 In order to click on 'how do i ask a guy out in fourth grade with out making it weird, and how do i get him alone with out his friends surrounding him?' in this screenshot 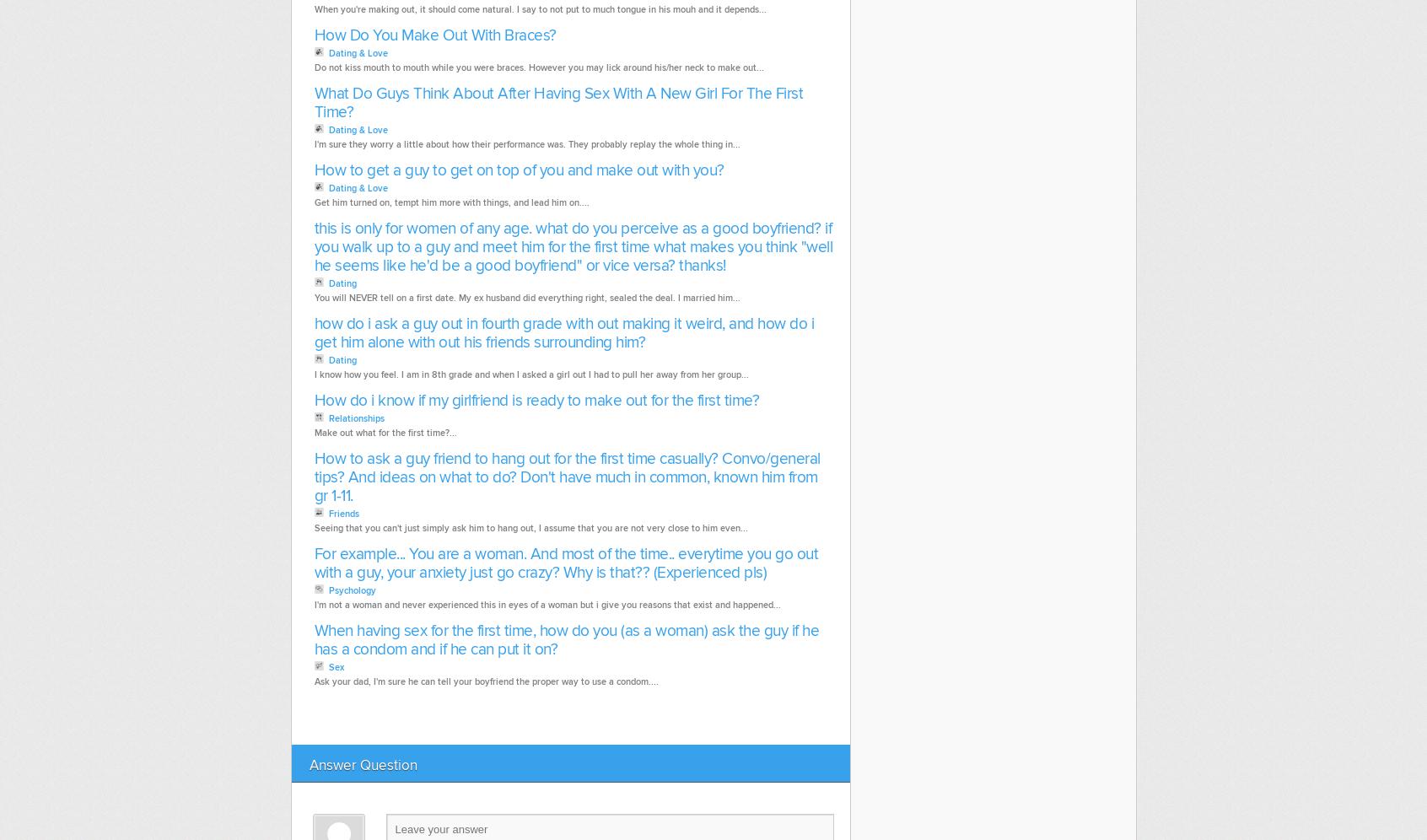, I will do `click(563, 331)`.